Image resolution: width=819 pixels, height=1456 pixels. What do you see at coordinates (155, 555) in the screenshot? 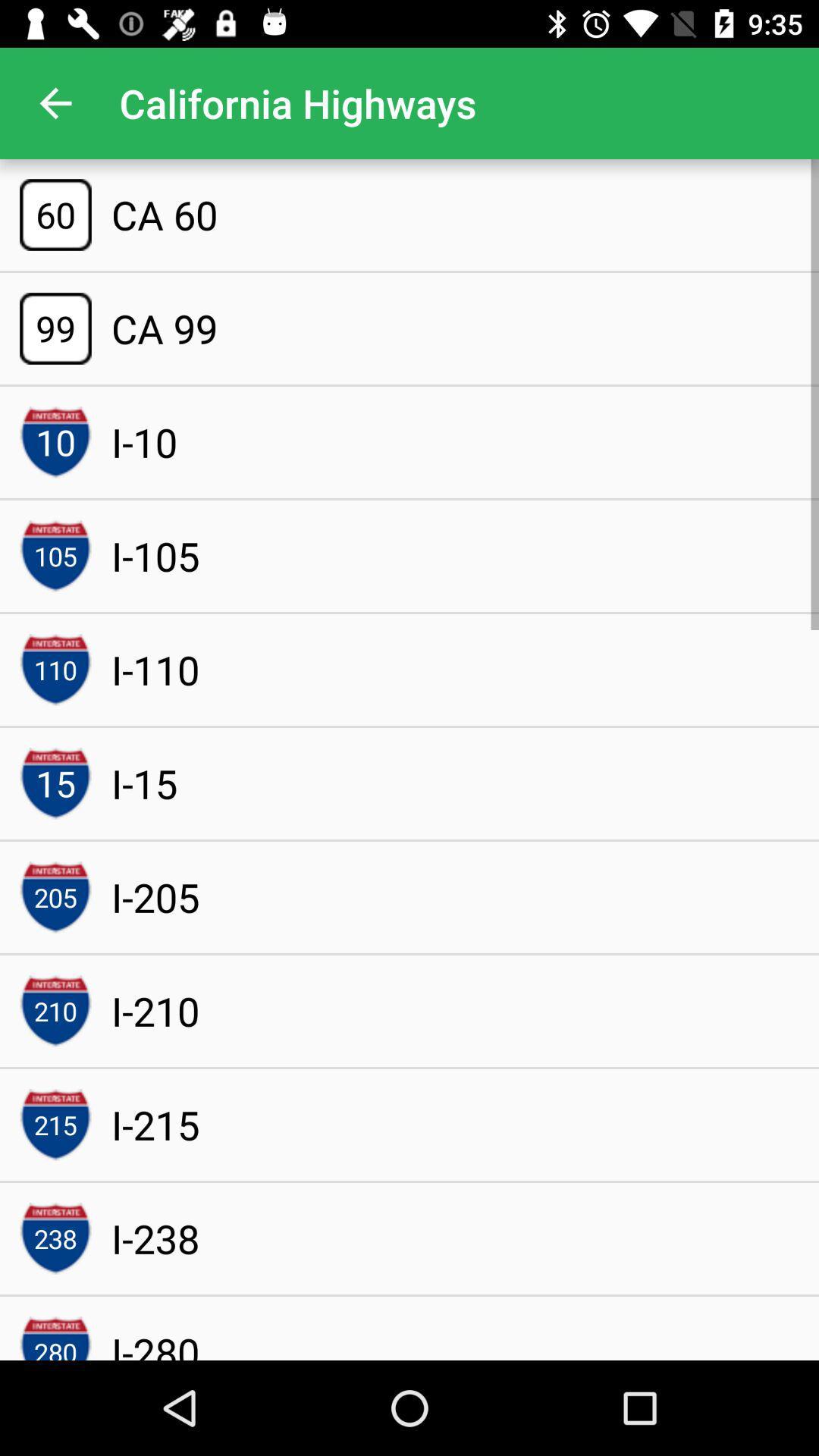
I see `icon above the i-110 icon` at bounding box center [155, 555].